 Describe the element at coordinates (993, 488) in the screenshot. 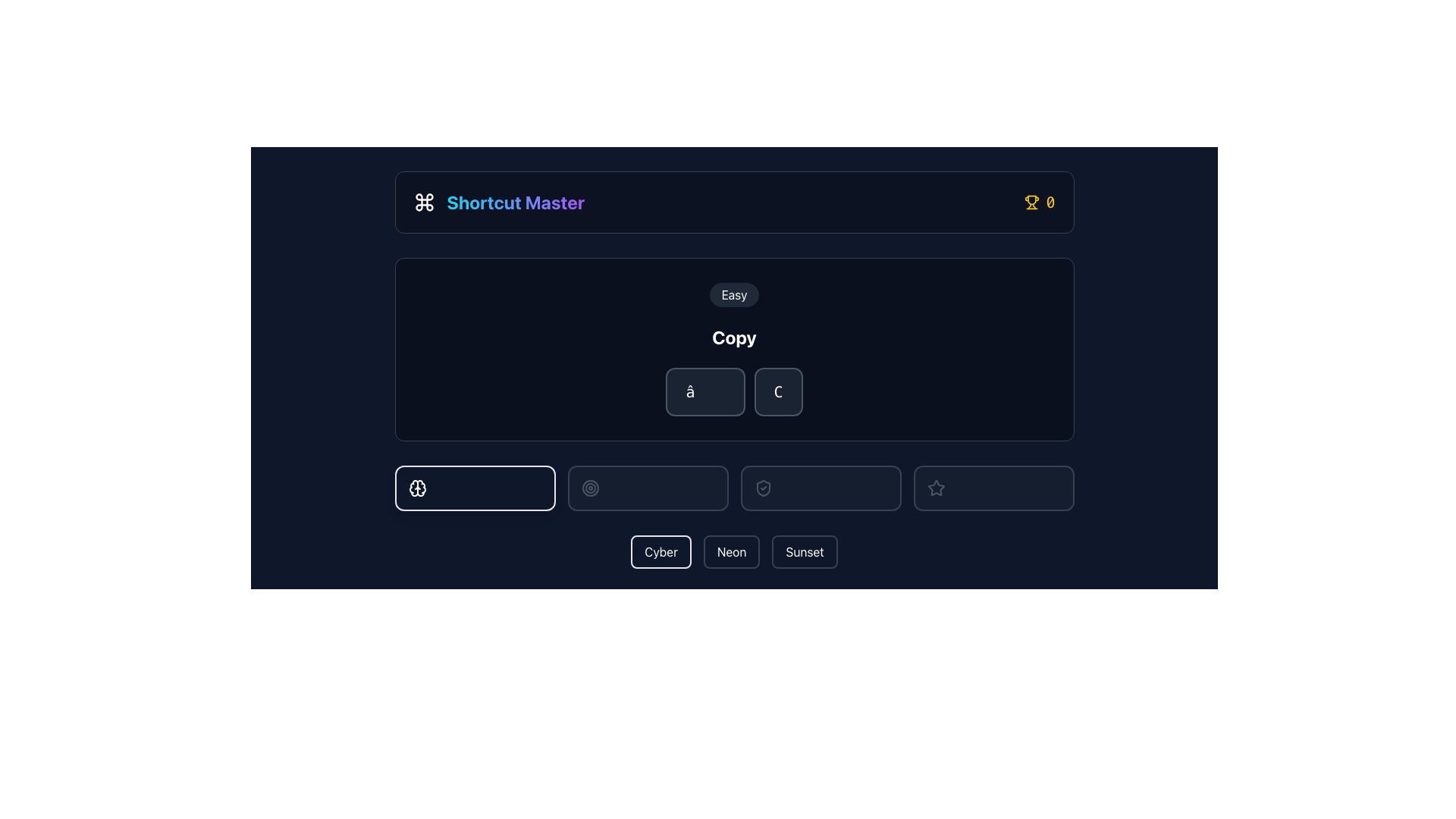

I see `the fourth button located at the far right among a horizontal arrangement of four buttons` at that location.